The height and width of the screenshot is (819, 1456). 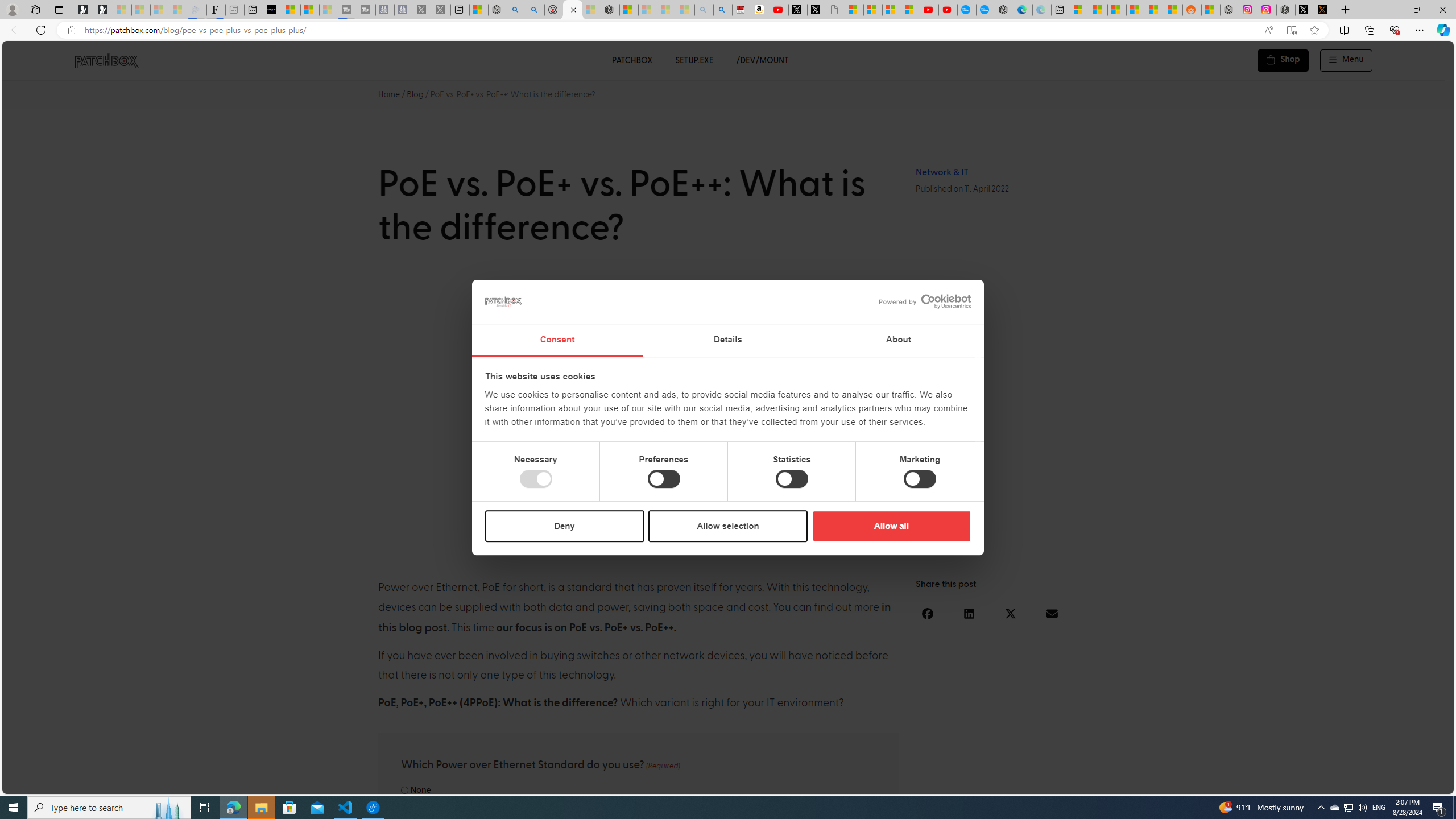 What do you see at coordinates (920, 301) in the screenshot?
I see `'logo - opens in a new window'` at bounding box center [920, 301].